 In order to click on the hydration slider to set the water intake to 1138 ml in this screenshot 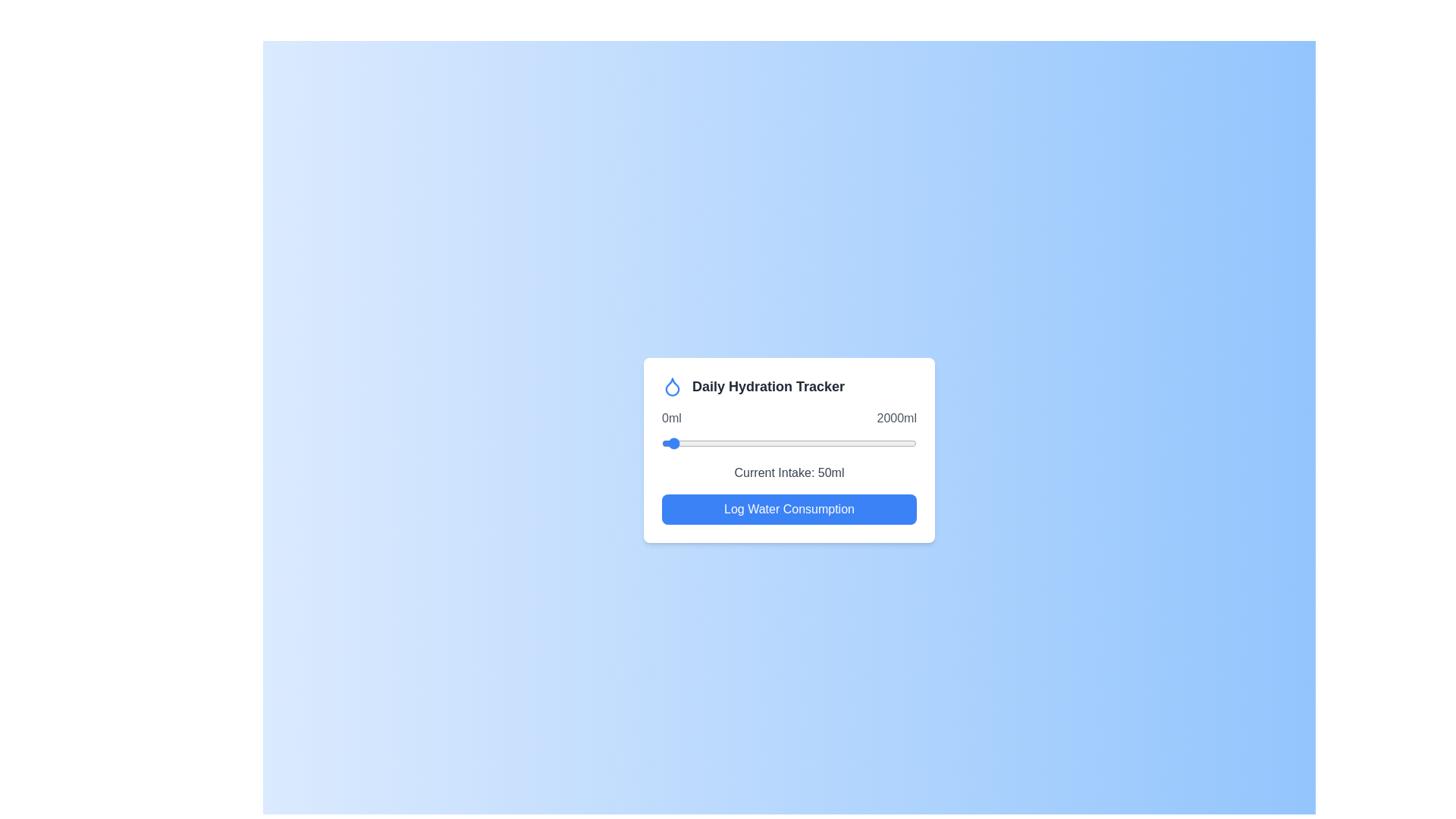, I will do `click(806, 444)`.